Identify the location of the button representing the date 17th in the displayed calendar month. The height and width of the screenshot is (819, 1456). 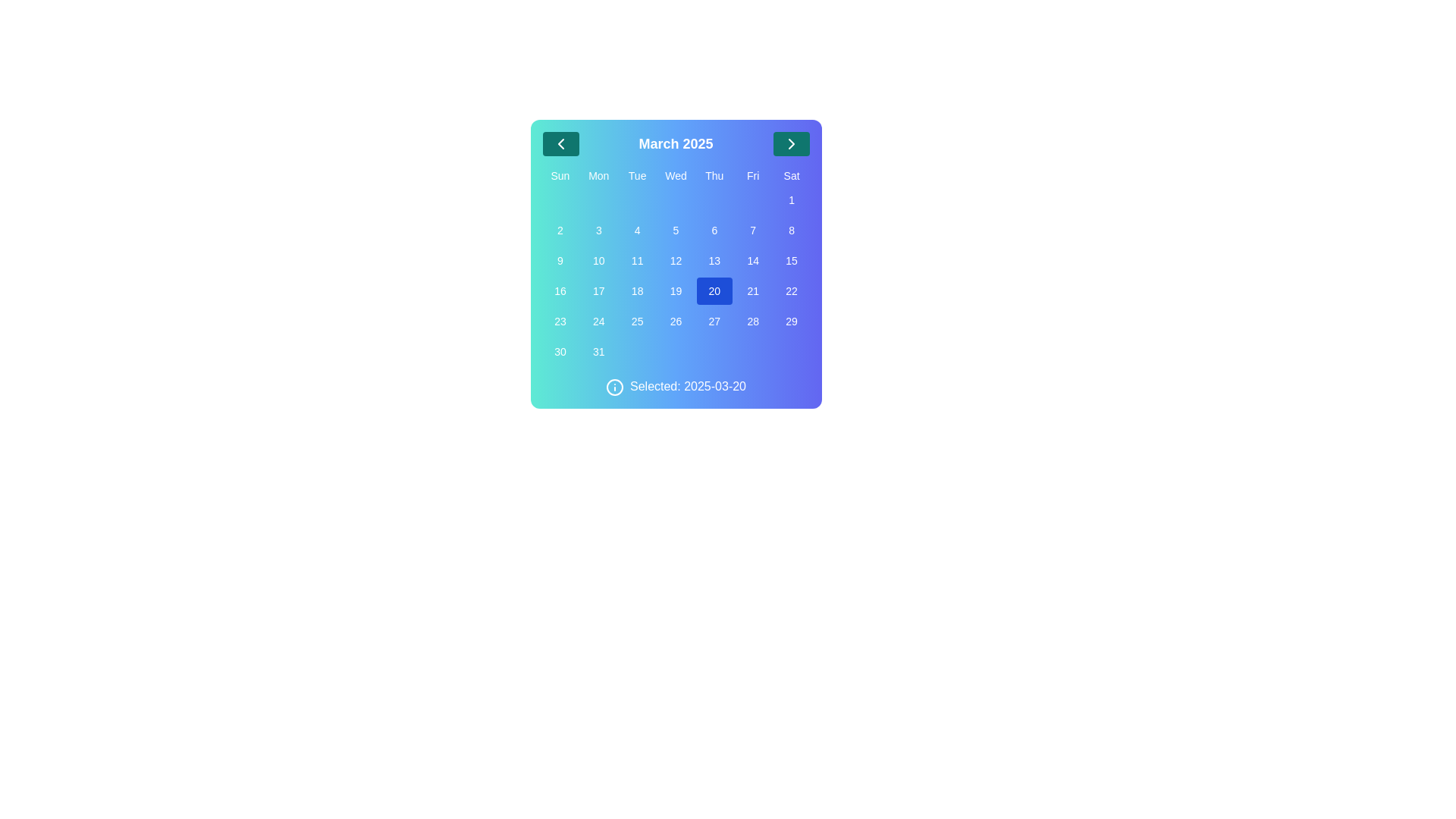
(598, 291).